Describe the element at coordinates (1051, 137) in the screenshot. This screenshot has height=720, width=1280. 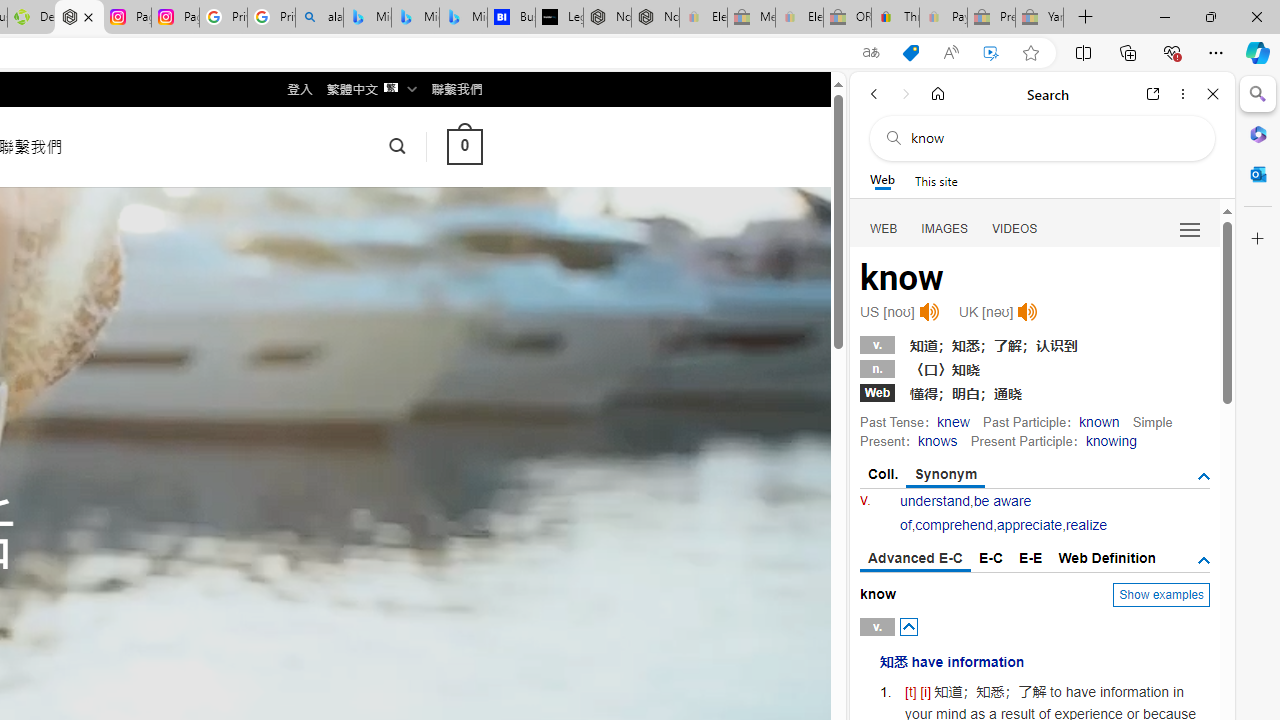
I see `'Search the web'` at that location.